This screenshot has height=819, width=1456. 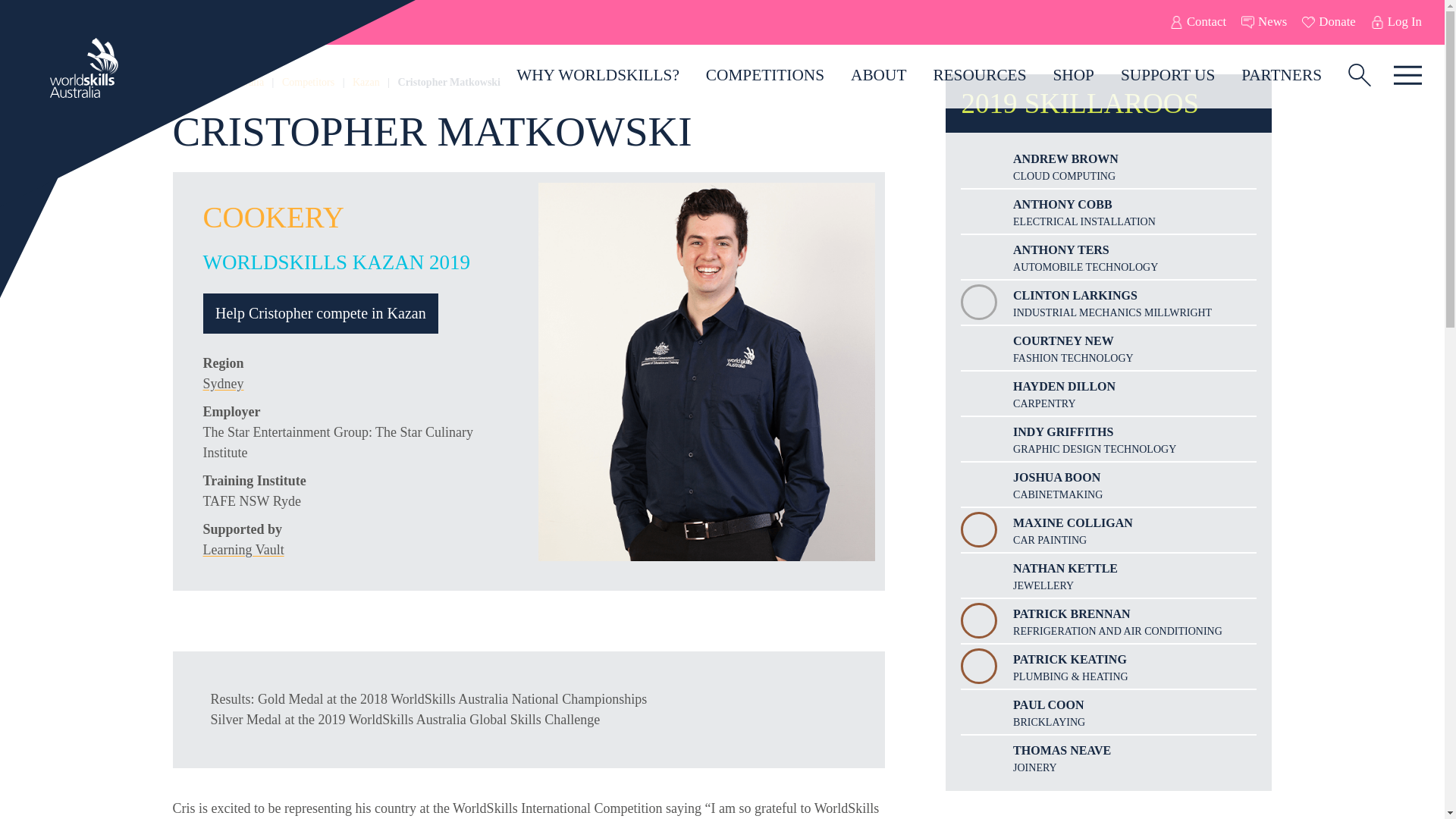 What do you see at coordinates (273, 217) in the screenshot?
I see `'COOKERY'` at bounding box center [273, 217].